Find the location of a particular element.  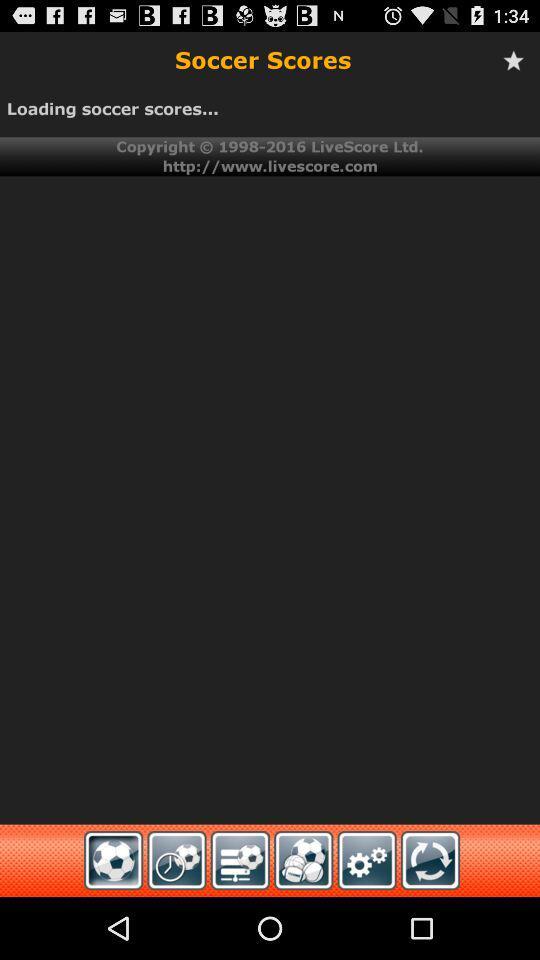

the time icon is located at coordinates (177, 921).